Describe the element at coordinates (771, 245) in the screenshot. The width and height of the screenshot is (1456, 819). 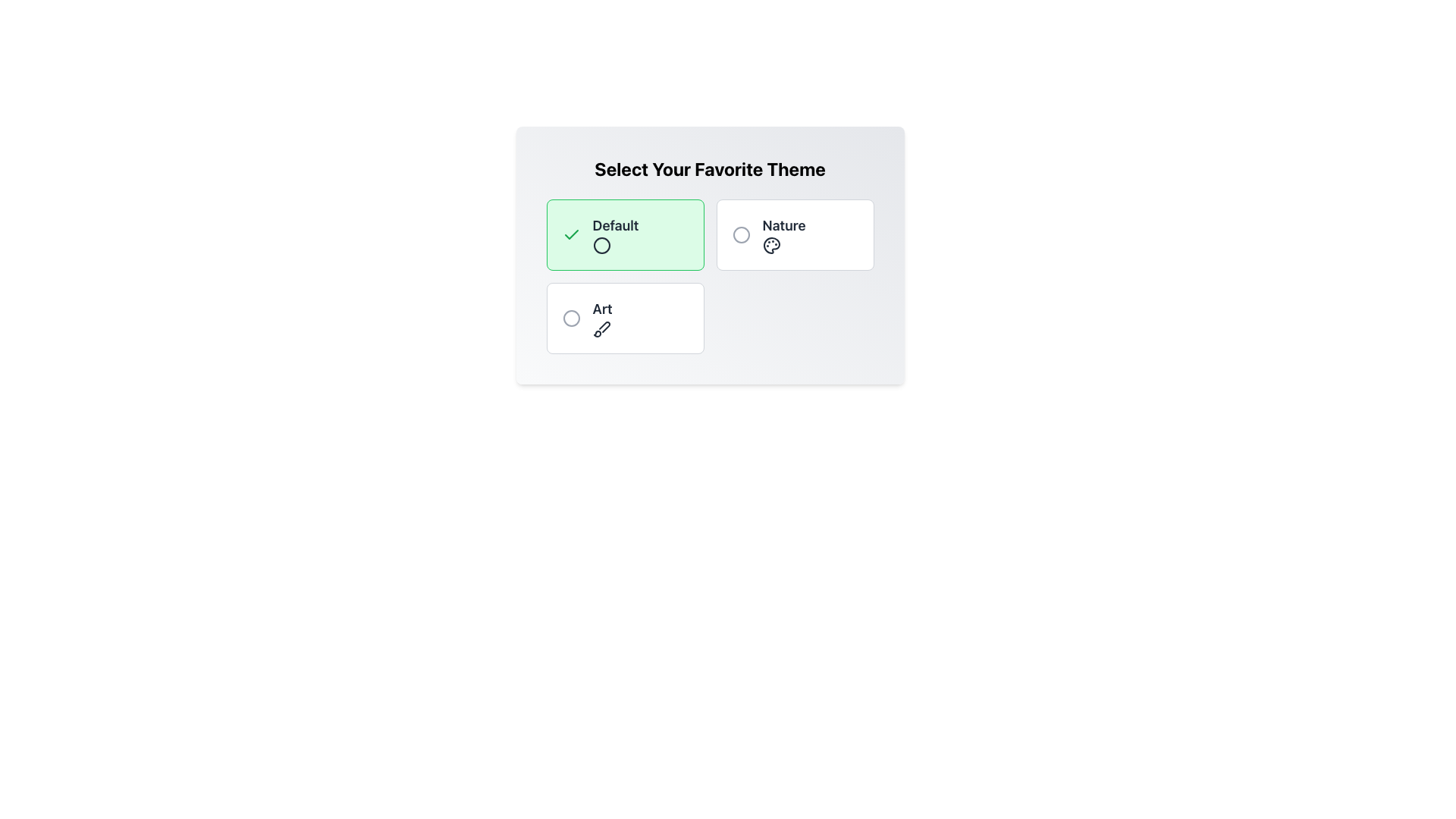
I see `the 'Nature' theme icon located in the upper-right grid of the theme selection interface` at that location.